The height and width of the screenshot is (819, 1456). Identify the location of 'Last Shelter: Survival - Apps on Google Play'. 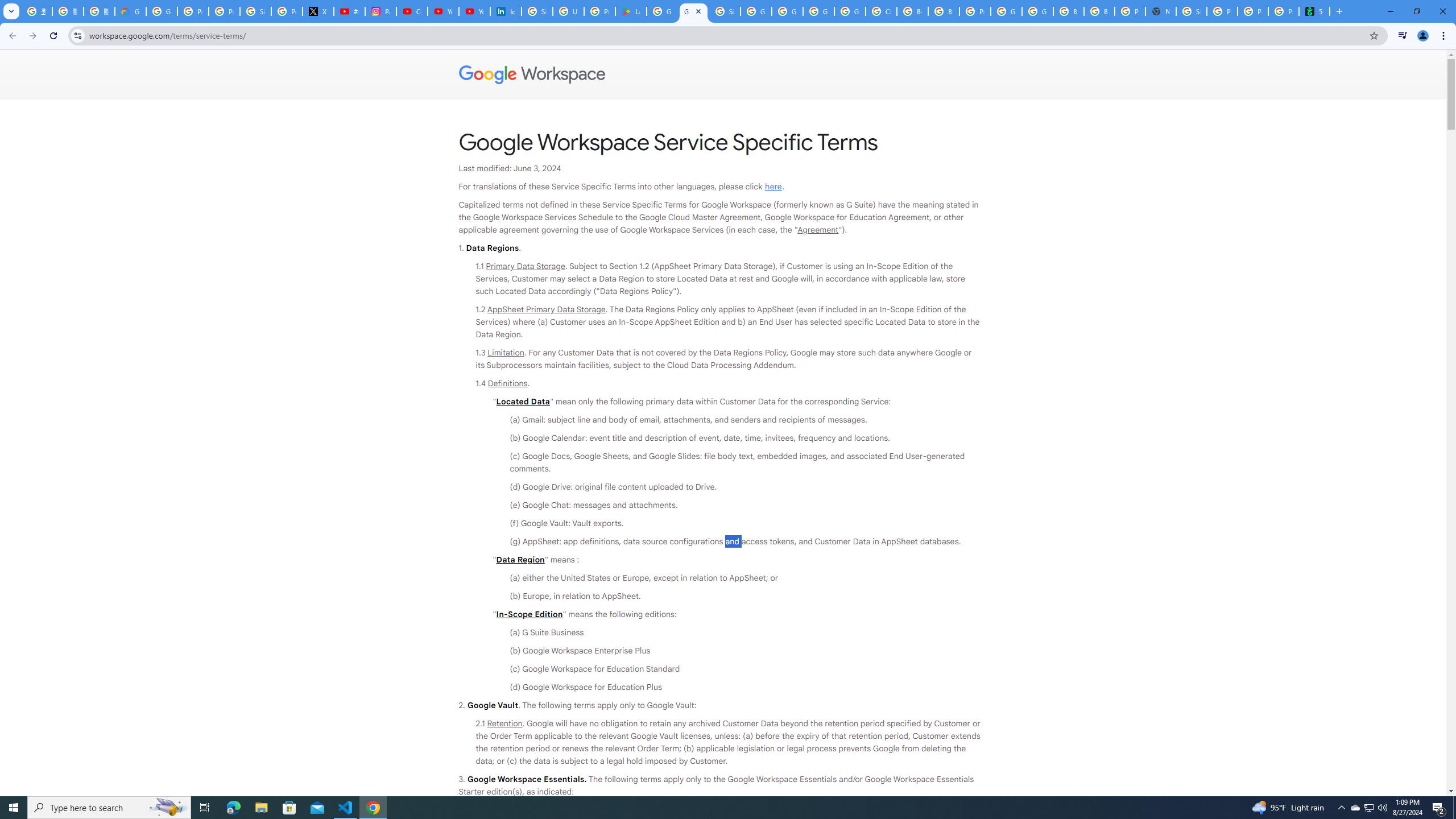
(630, 11).